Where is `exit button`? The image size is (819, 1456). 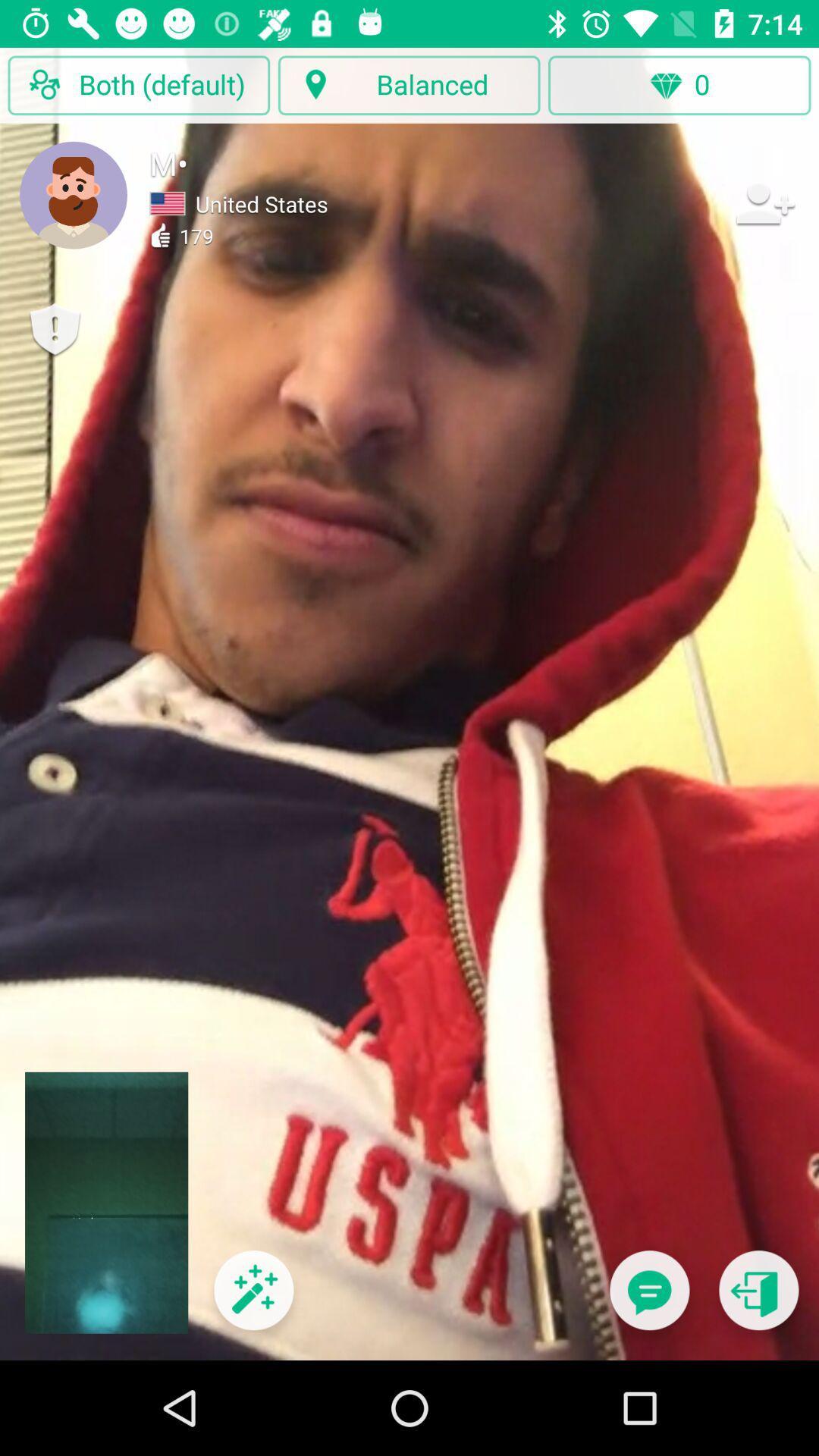 exit button is located at coordinates (758, 1299).